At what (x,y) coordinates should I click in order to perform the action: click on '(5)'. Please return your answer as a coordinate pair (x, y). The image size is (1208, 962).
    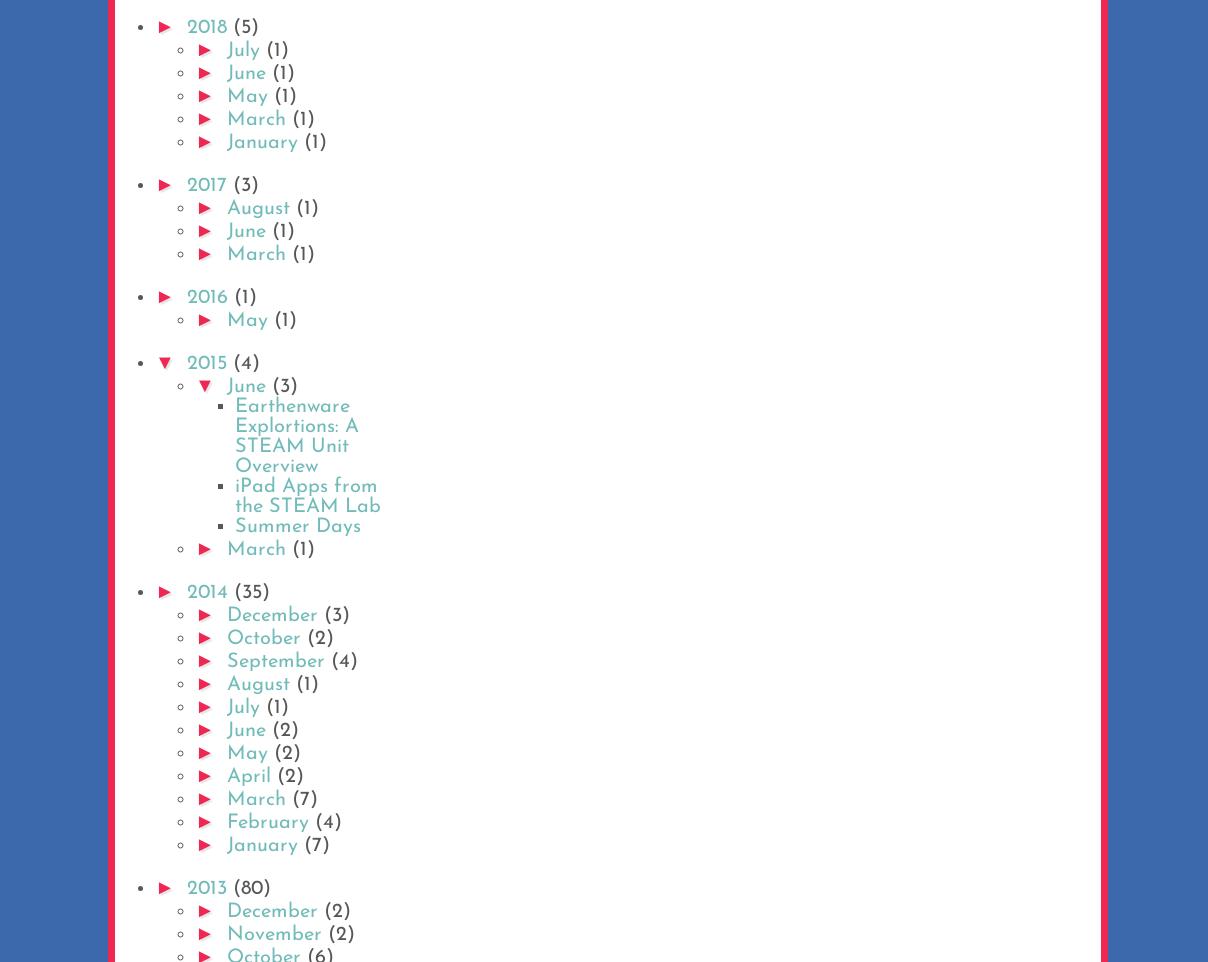
    Looking at the image, I should click on (244, 26).